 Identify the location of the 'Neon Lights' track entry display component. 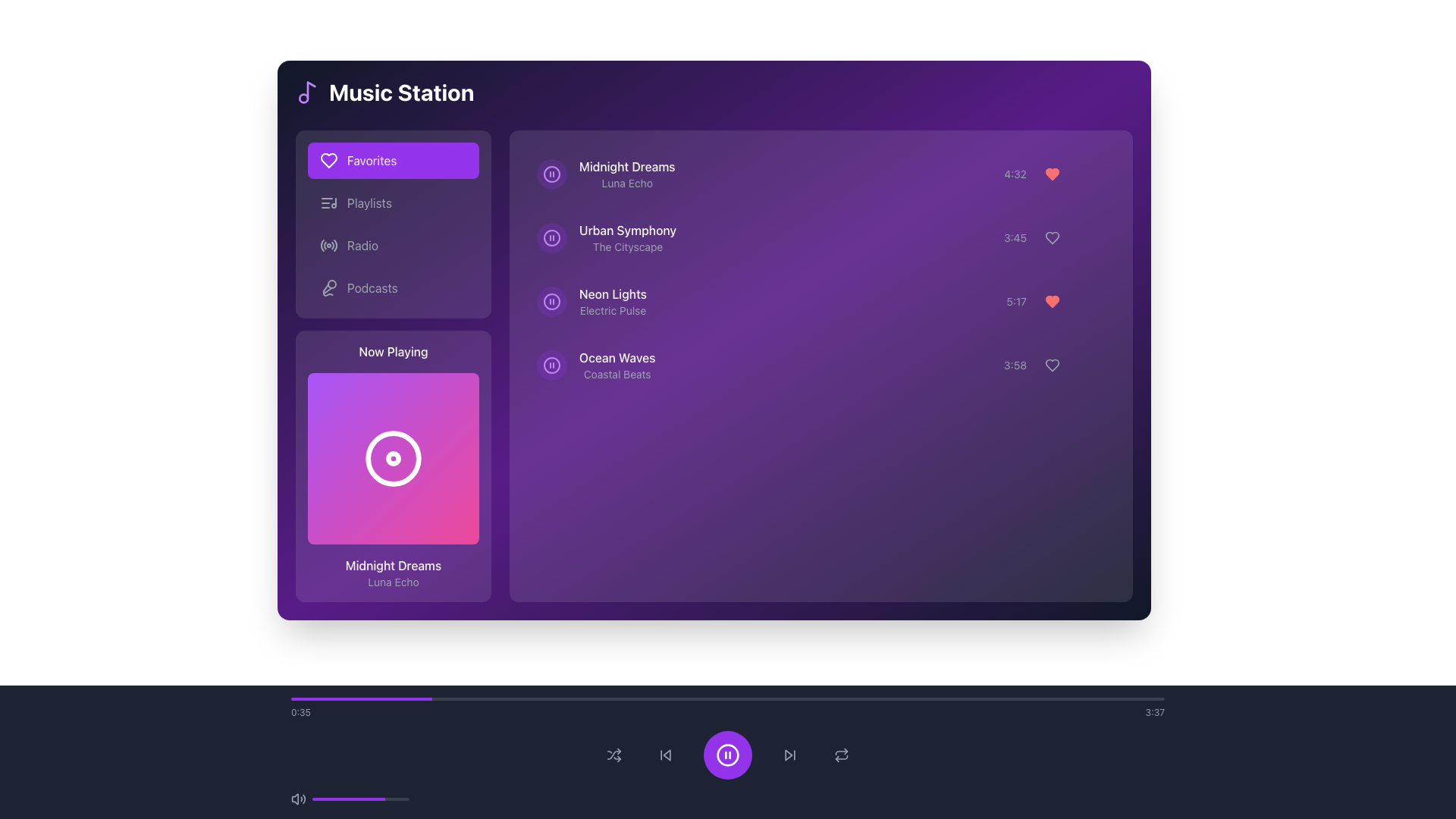
(591, 301).